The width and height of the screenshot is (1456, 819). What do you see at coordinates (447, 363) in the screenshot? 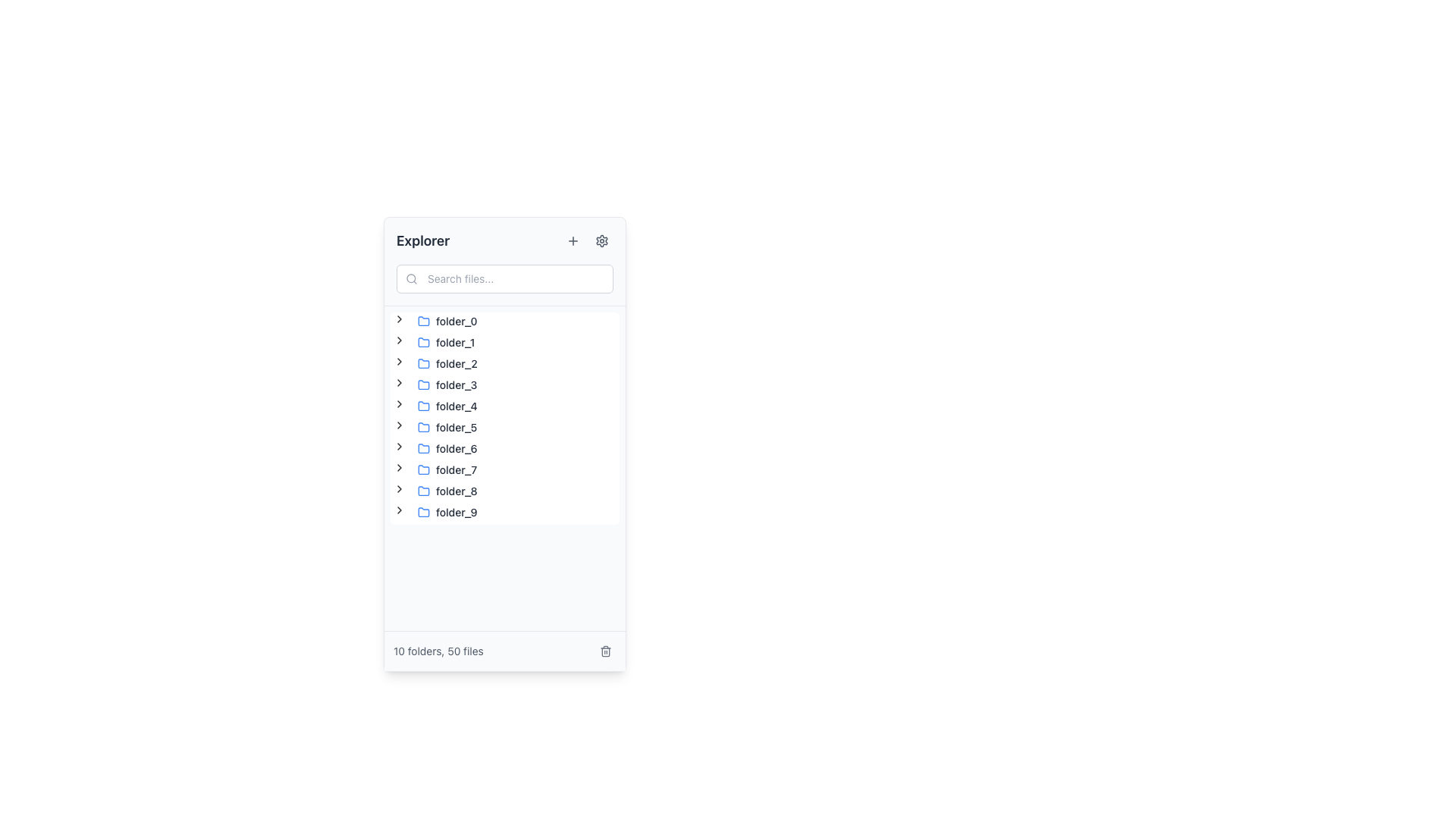
I see `the Tree item labeled 'folder_2', which is a blue folder icon followed by the dark text 'folder_2', located in the left-side menu of the application` at bounding box center [447, 363].